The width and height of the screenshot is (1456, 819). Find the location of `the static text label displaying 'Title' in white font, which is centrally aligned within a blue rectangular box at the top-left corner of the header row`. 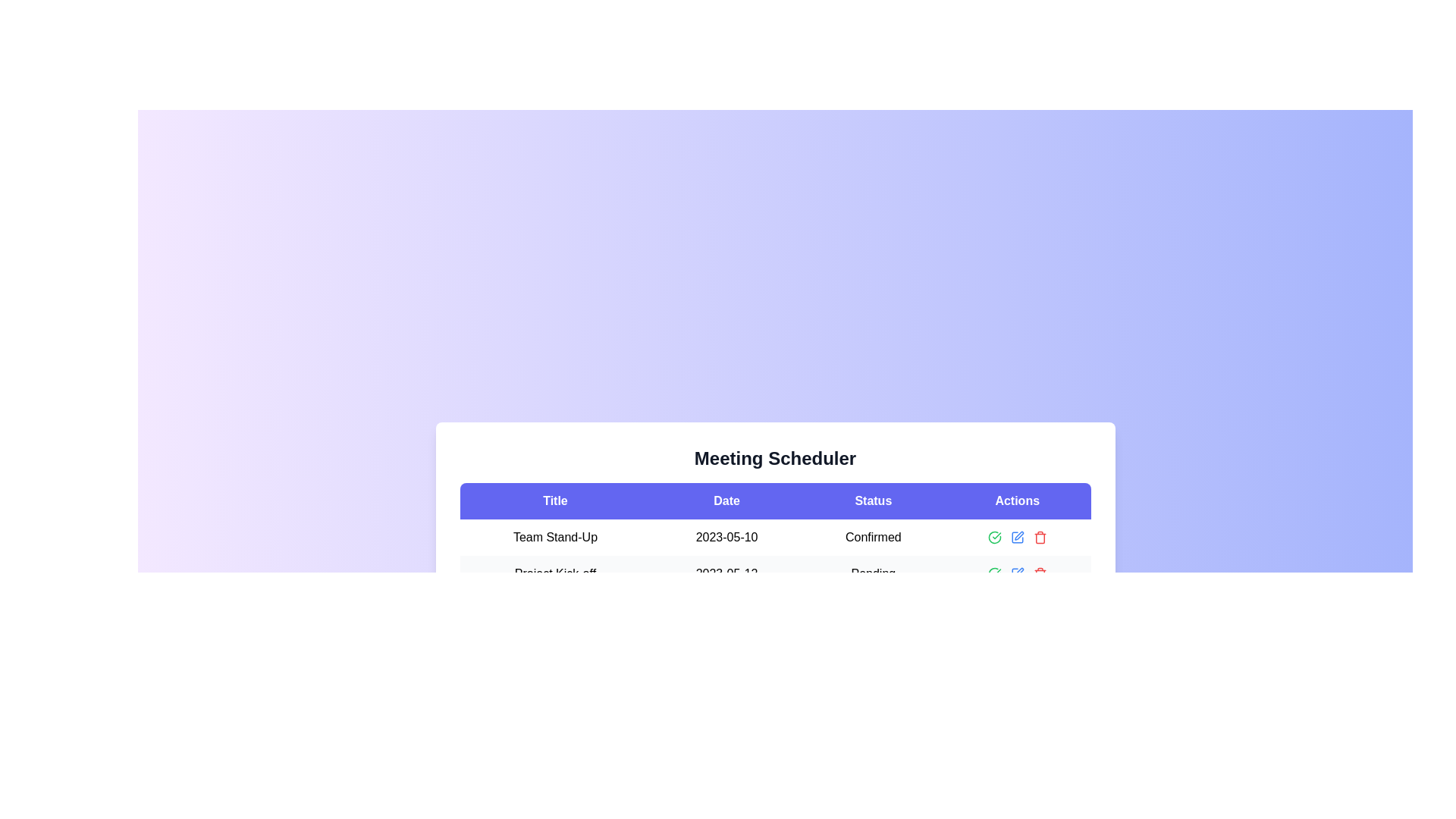

the static text label displaying 'Title' in white font, which is centrally aligned within a blue rectangular box at the top-left corner of the header row is located at coordinates (554, 500).